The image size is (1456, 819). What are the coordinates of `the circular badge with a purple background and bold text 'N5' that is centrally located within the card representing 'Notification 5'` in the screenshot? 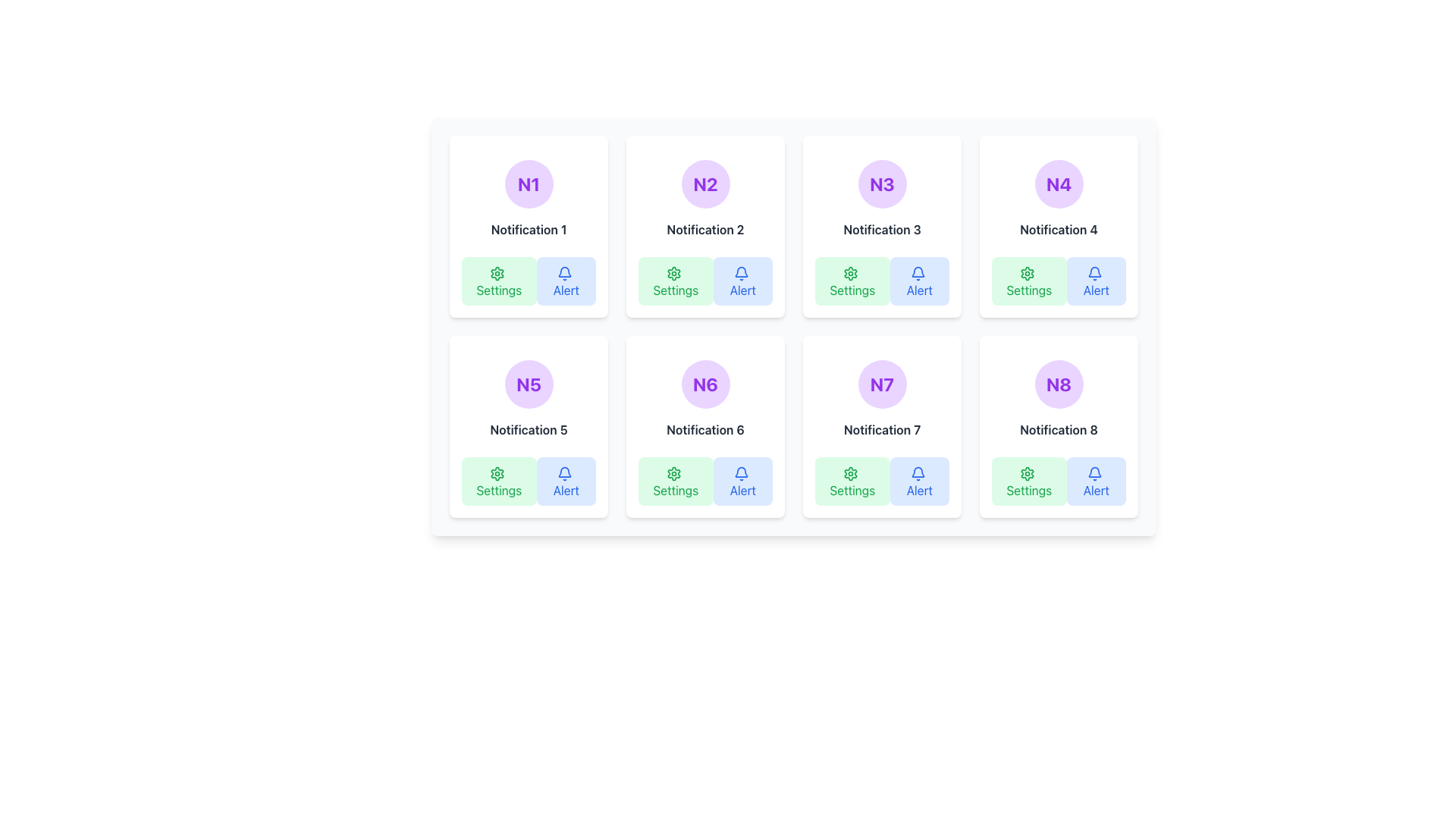 It's located at (529, 383).